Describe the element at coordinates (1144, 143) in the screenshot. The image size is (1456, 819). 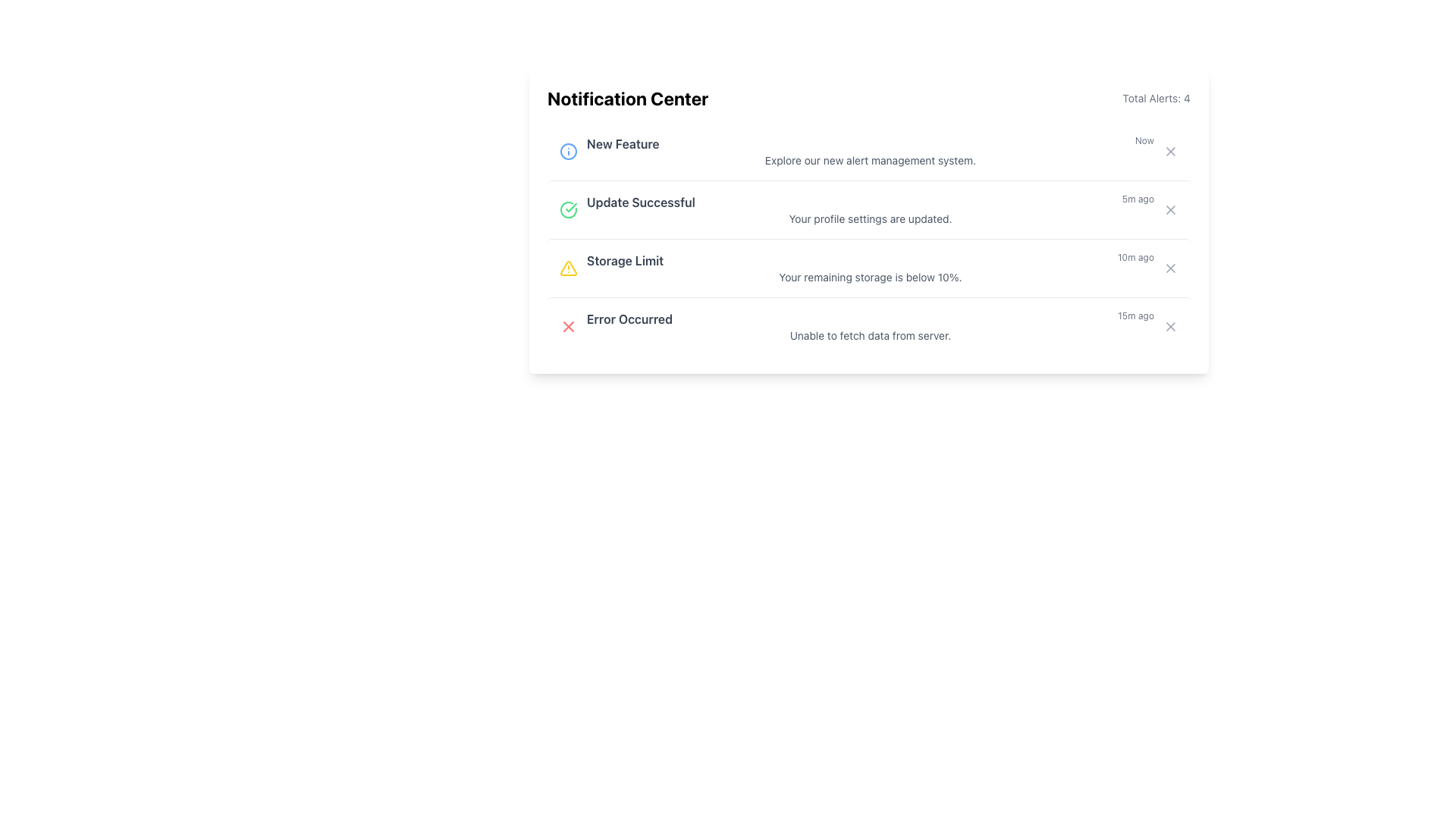
I see `the text label displaying 'Now' in small, grey font, located near the top-right side of the notification interface, adjacent to the 'New Feature' notification entry` at that location.